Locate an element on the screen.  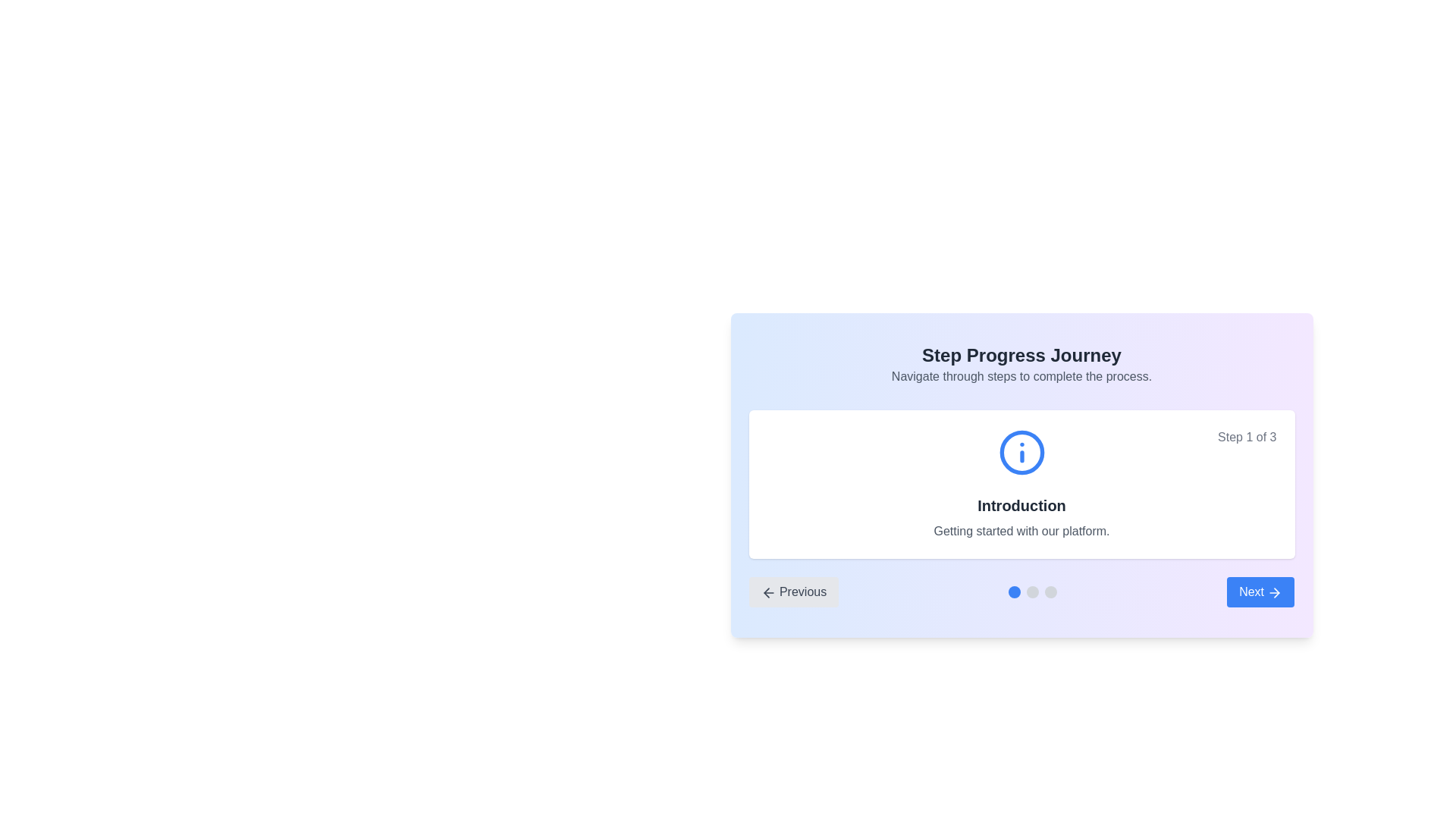
text from the Text Label indicating the current step number and total number of steps, which is positioned in the top-right region above the main title 'Introduction' is located at coordinates (1247, 438).